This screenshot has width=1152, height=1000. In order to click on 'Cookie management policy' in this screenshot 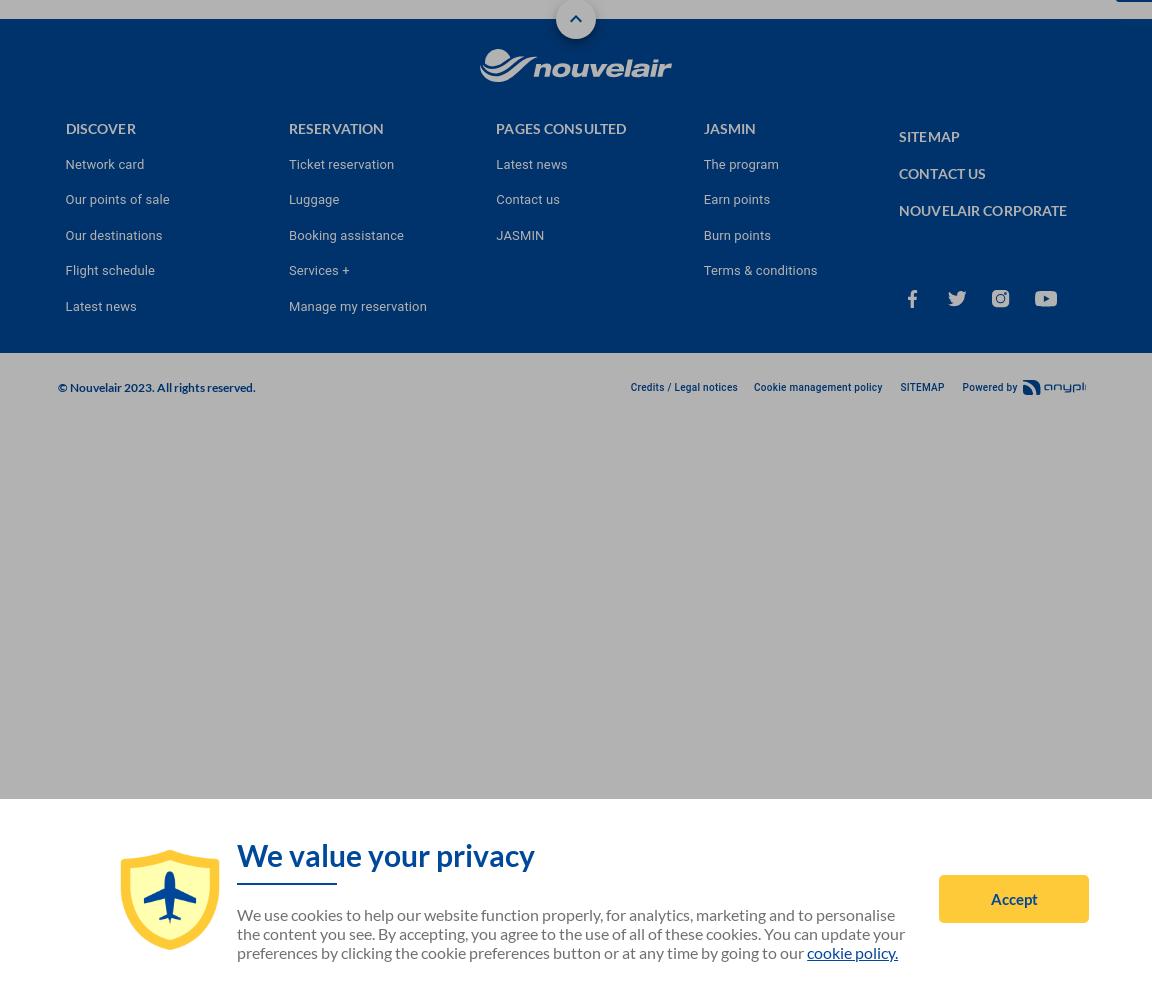, I will do `click(818, 386)`.